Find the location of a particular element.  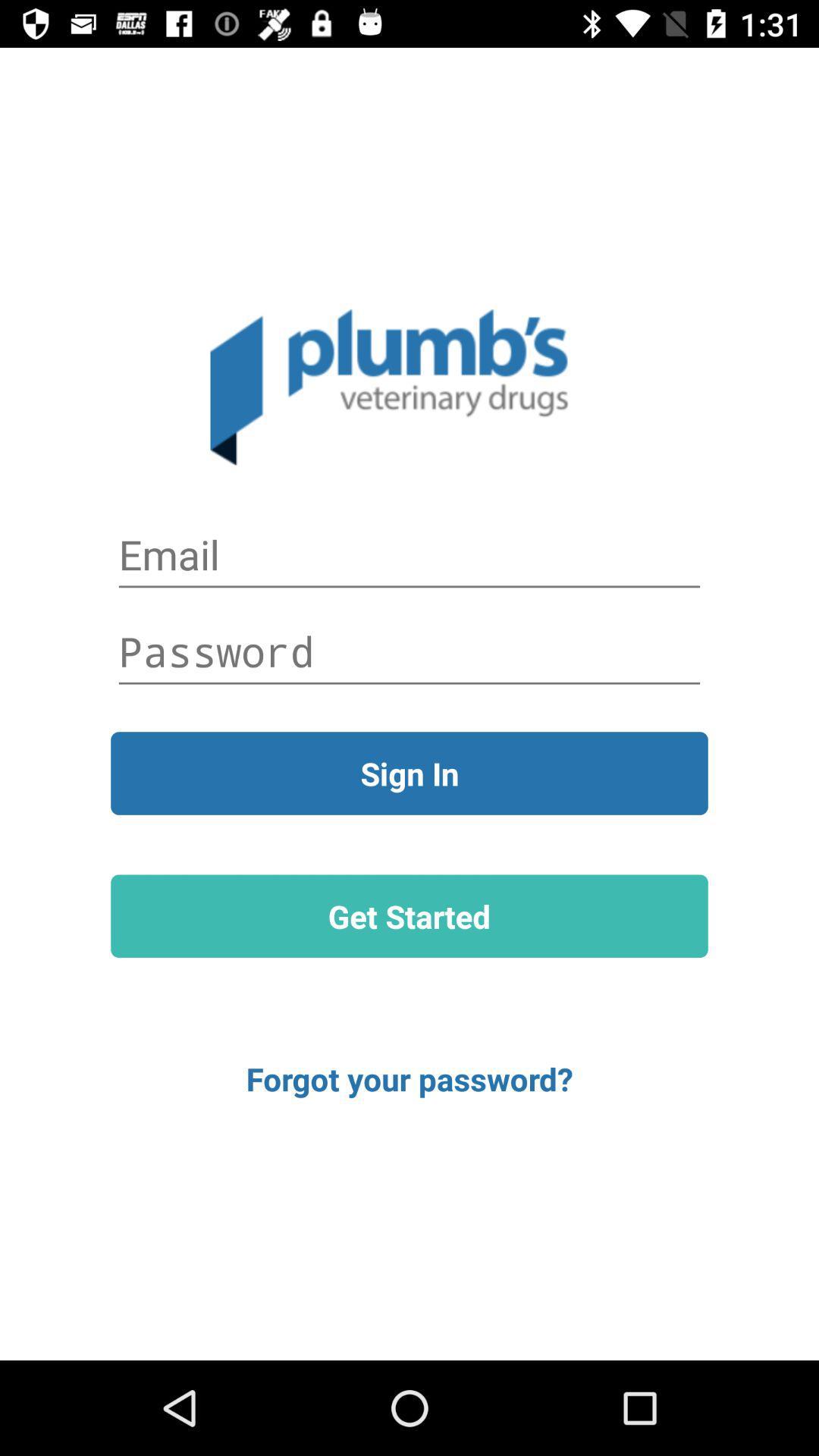

the forgot your password? is located at coordinates (409, 1078).